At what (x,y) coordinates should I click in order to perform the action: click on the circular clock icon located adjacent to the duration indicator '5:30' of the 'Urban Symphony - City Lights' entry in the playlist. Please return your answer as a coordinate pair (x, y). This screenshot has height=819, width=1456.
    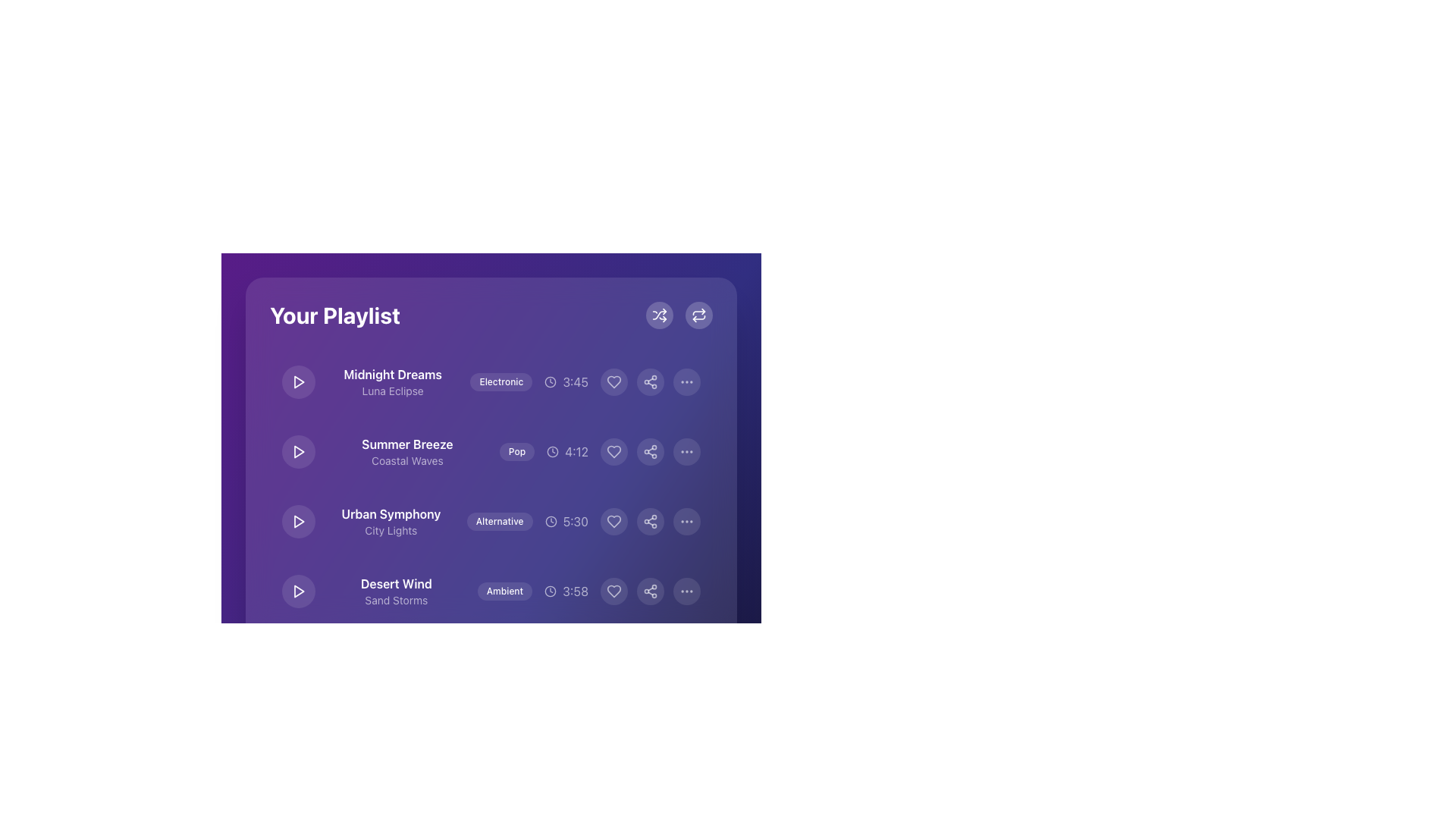
    Looking at the image, I should click on (550, 520).